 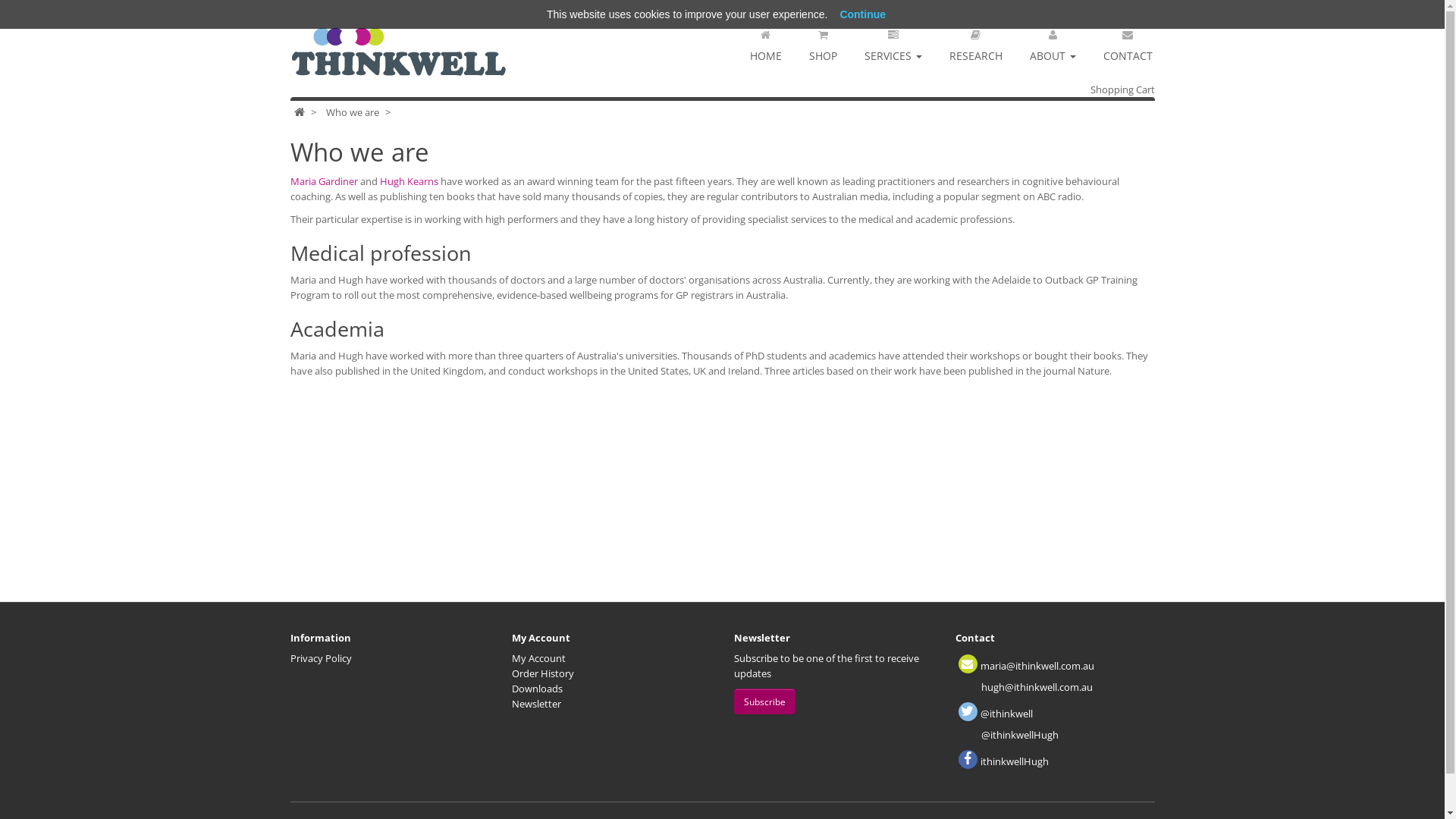 What do you see at coordinates (1019, 733) in the screenshot?
I see `'@ithinkwellHugh'` at bounding box center [1019, 733].